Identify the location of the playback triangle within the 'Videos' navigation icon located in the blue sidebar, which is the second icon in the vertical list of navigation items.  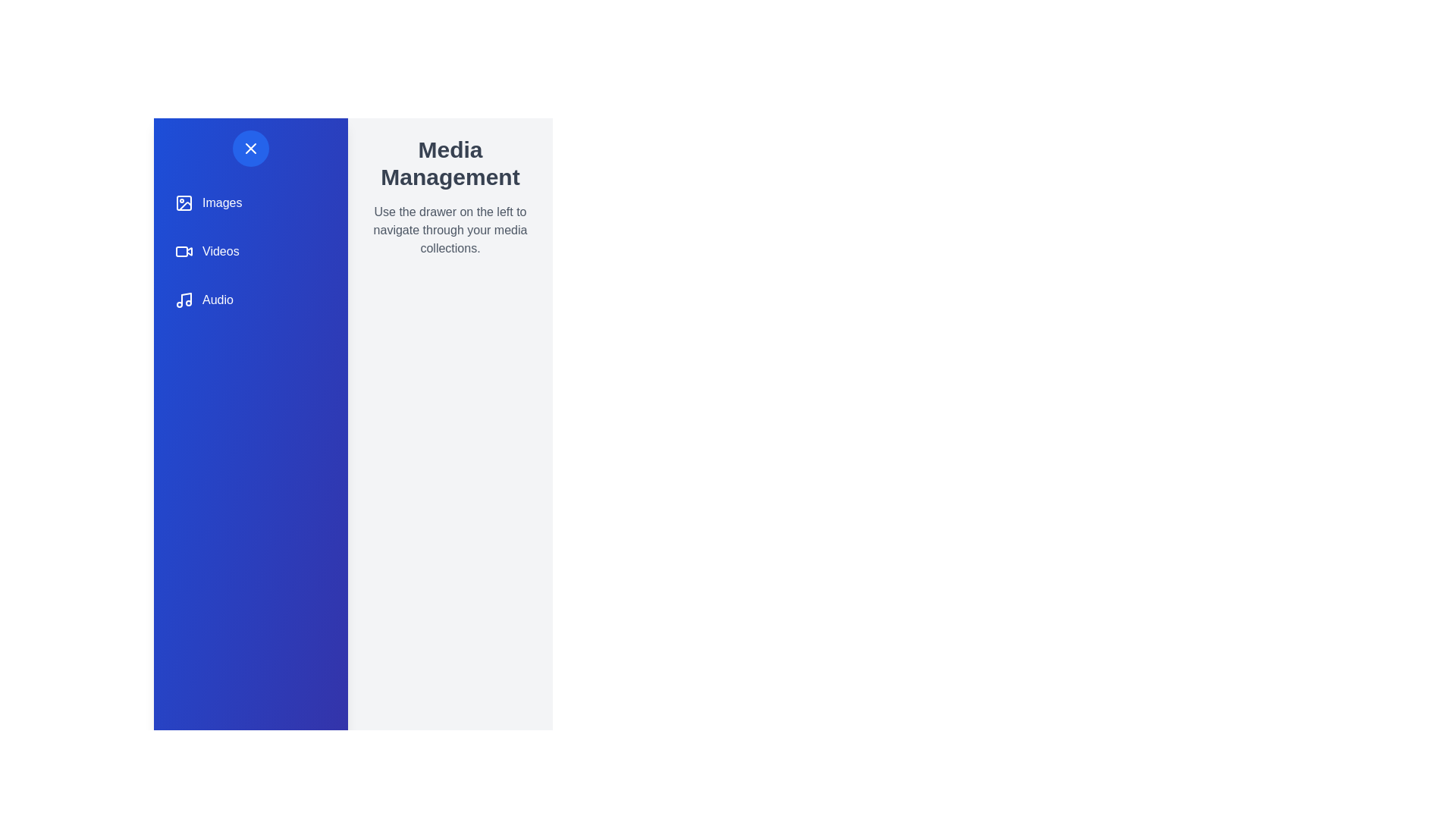
(188, 250).